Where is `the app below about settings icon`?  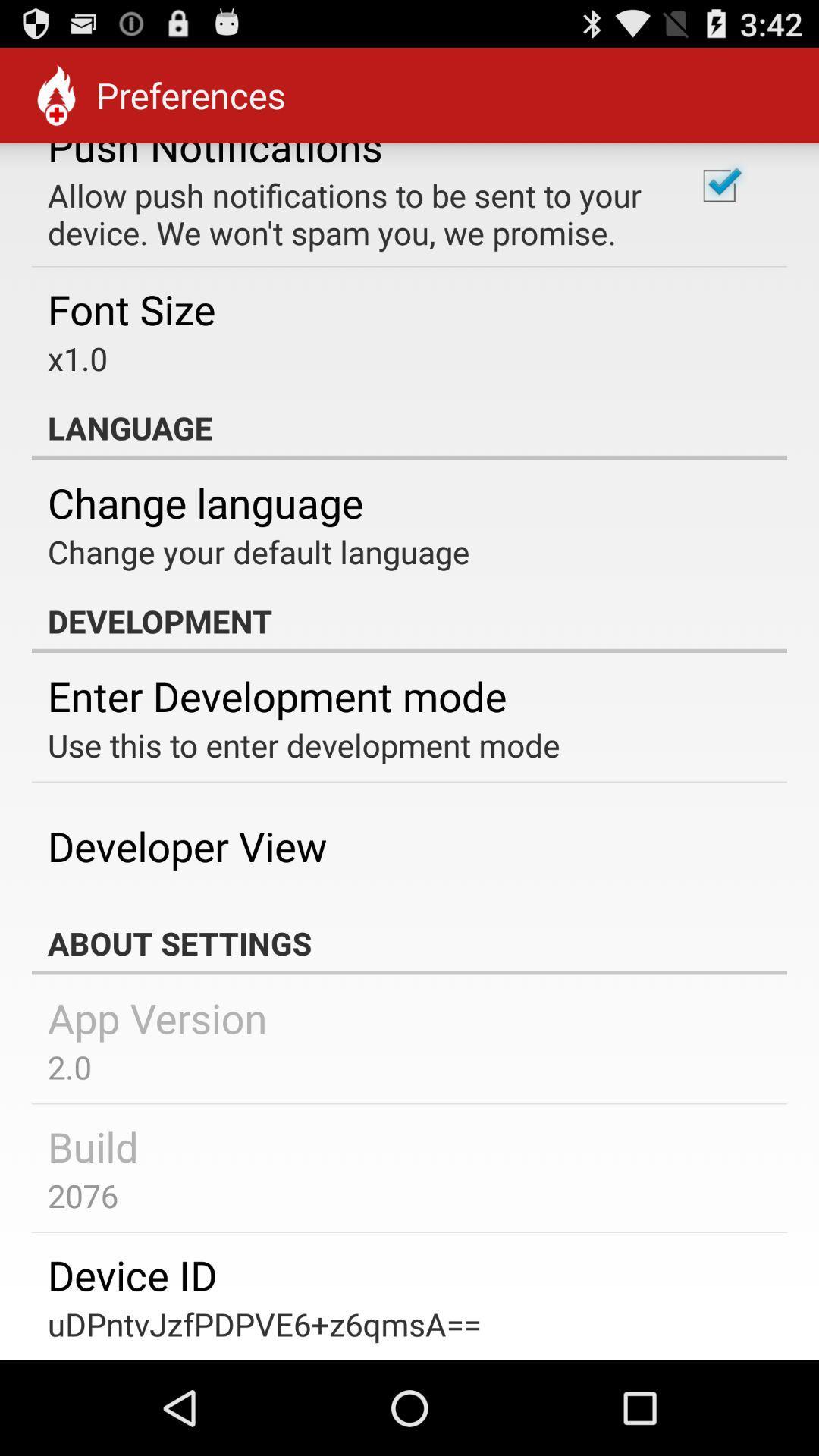 the app below about settings icon is located at coordinates (157, 1018).